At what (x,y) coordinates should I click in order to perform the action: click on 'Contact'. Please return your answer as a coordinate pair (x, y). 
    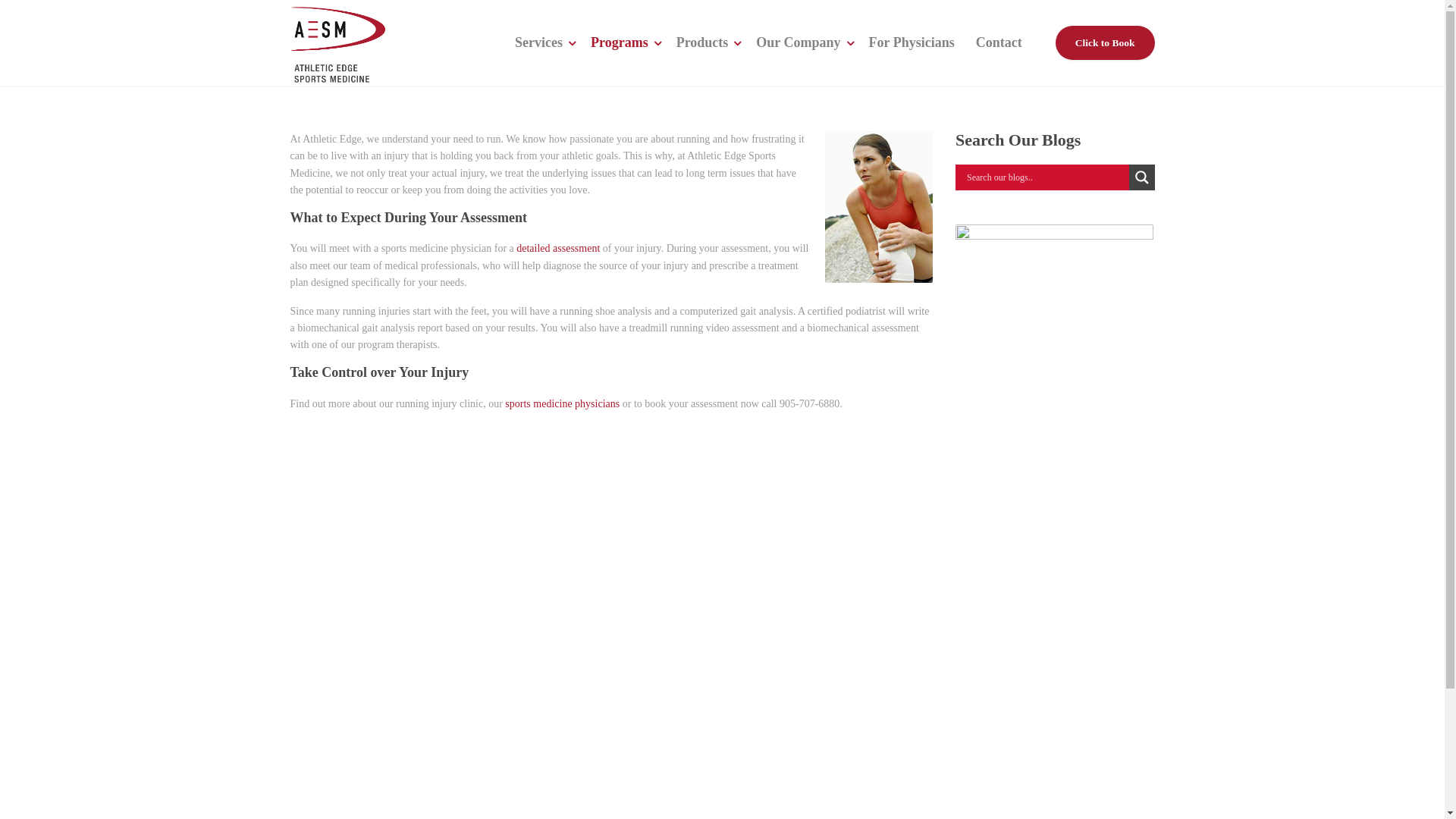
    Looking at the image, I should click on (999, 42).